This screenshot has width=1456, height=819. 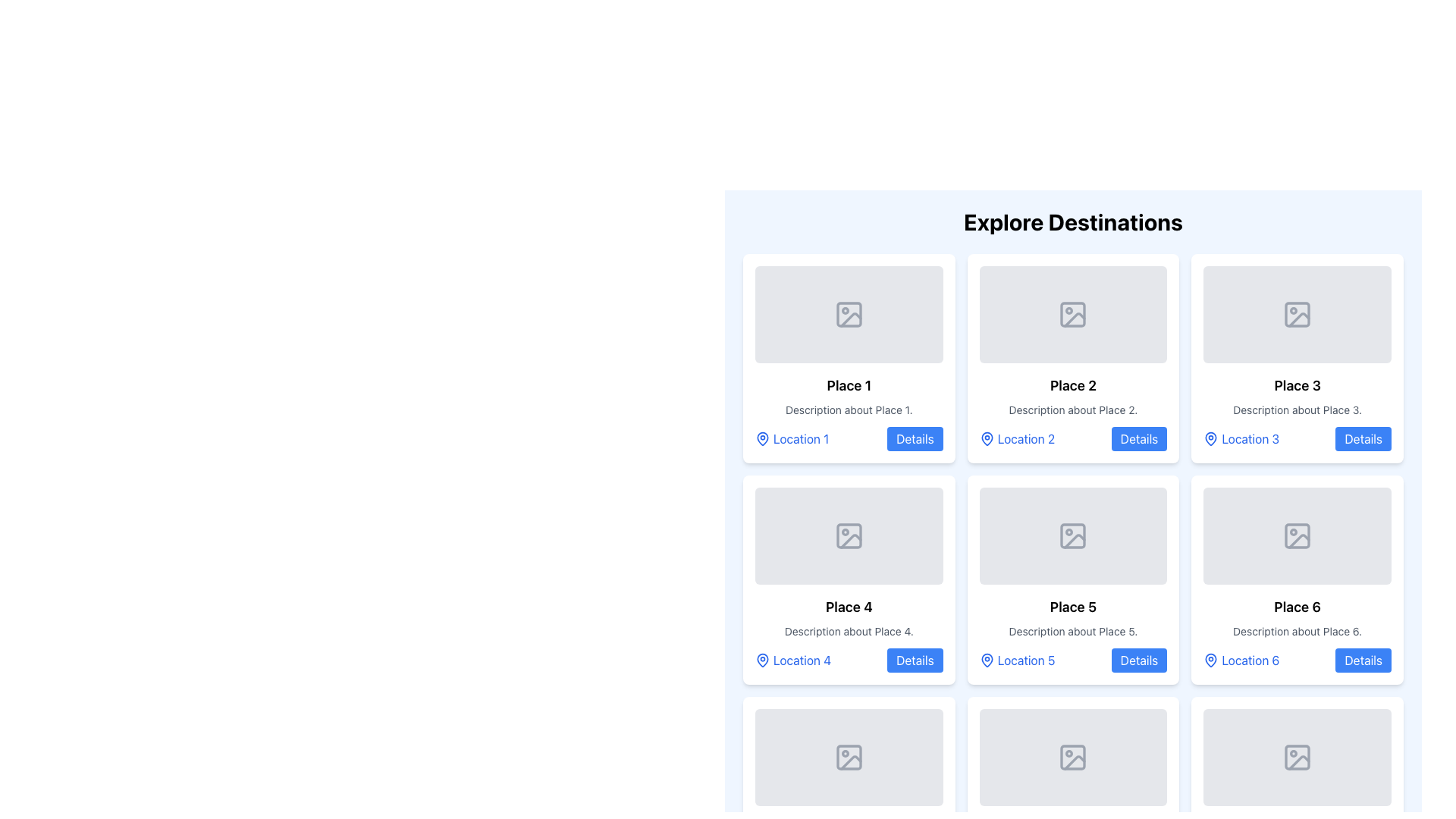 I want to click on the gray landscape icon within the fourth card of the grid layout under 'Explore Destinations', so click(x=851, y=540).